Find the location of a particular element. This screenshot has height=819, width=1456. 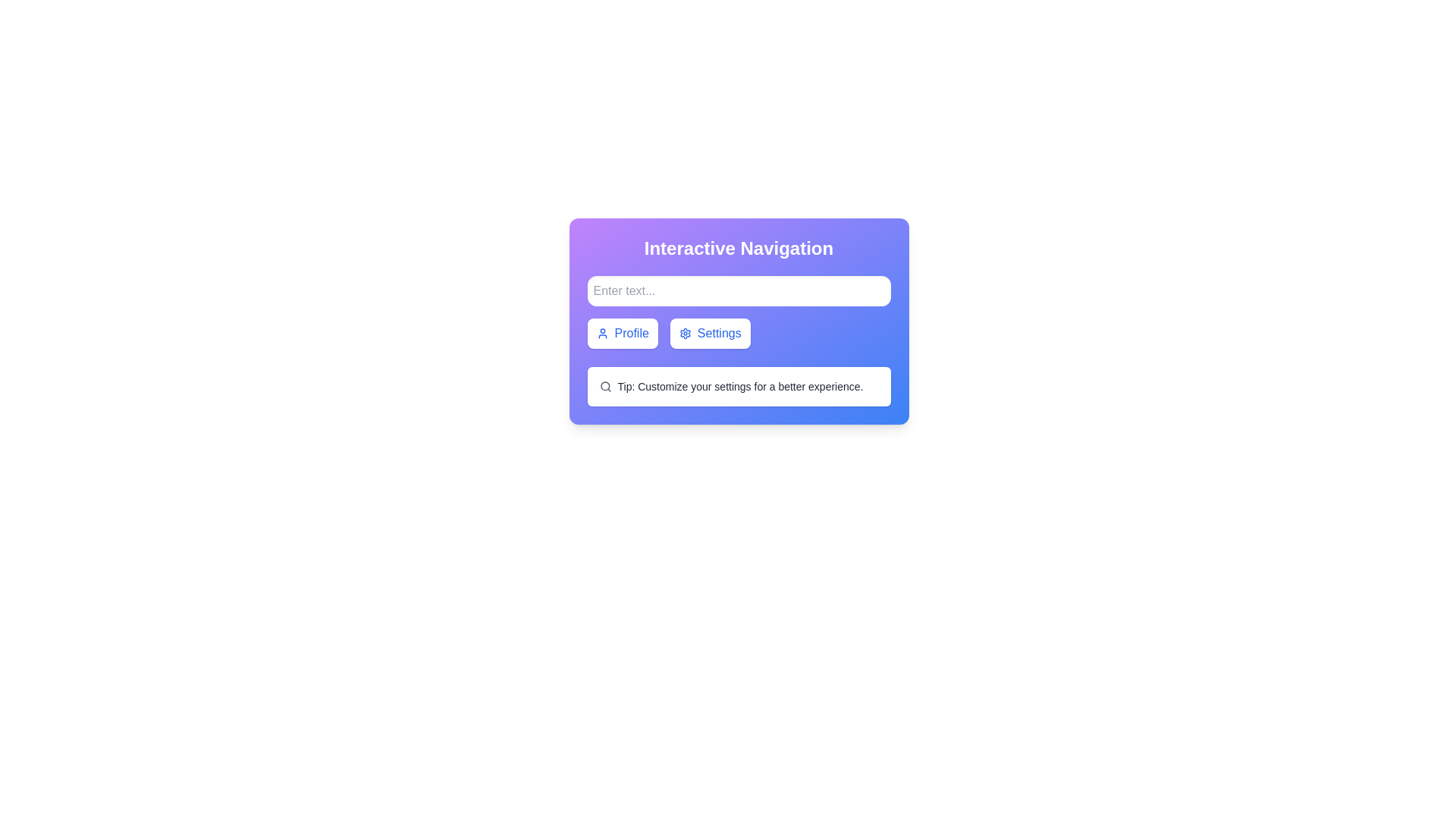

the settings icon located to the left of the 'Settings' text, which is part of the button for accessing settings functionalities in the navigation box is located at coordinates (684, 332).